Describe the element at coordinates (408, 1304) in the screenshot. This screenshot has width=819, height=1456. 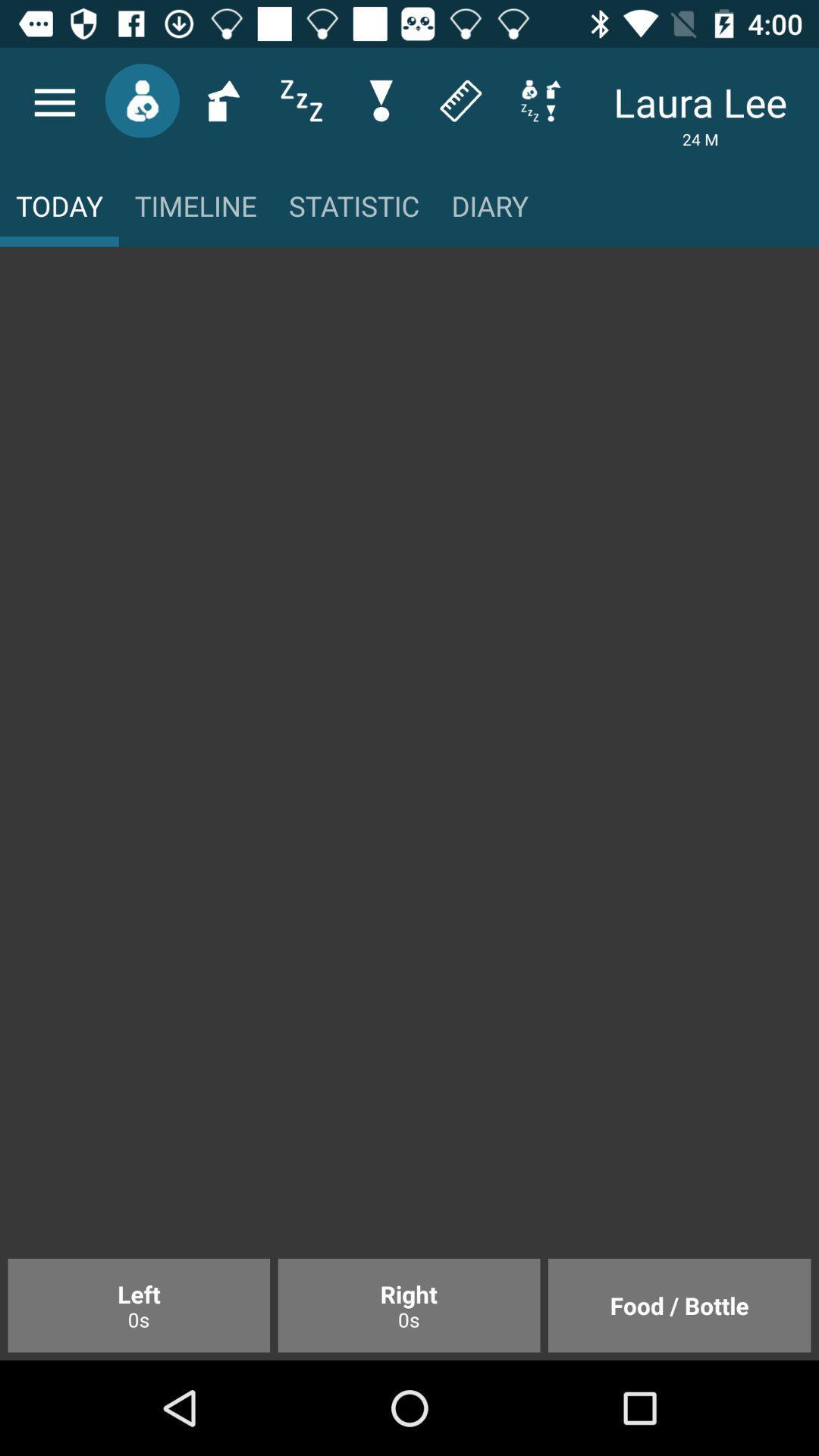
I see `right` at that location.